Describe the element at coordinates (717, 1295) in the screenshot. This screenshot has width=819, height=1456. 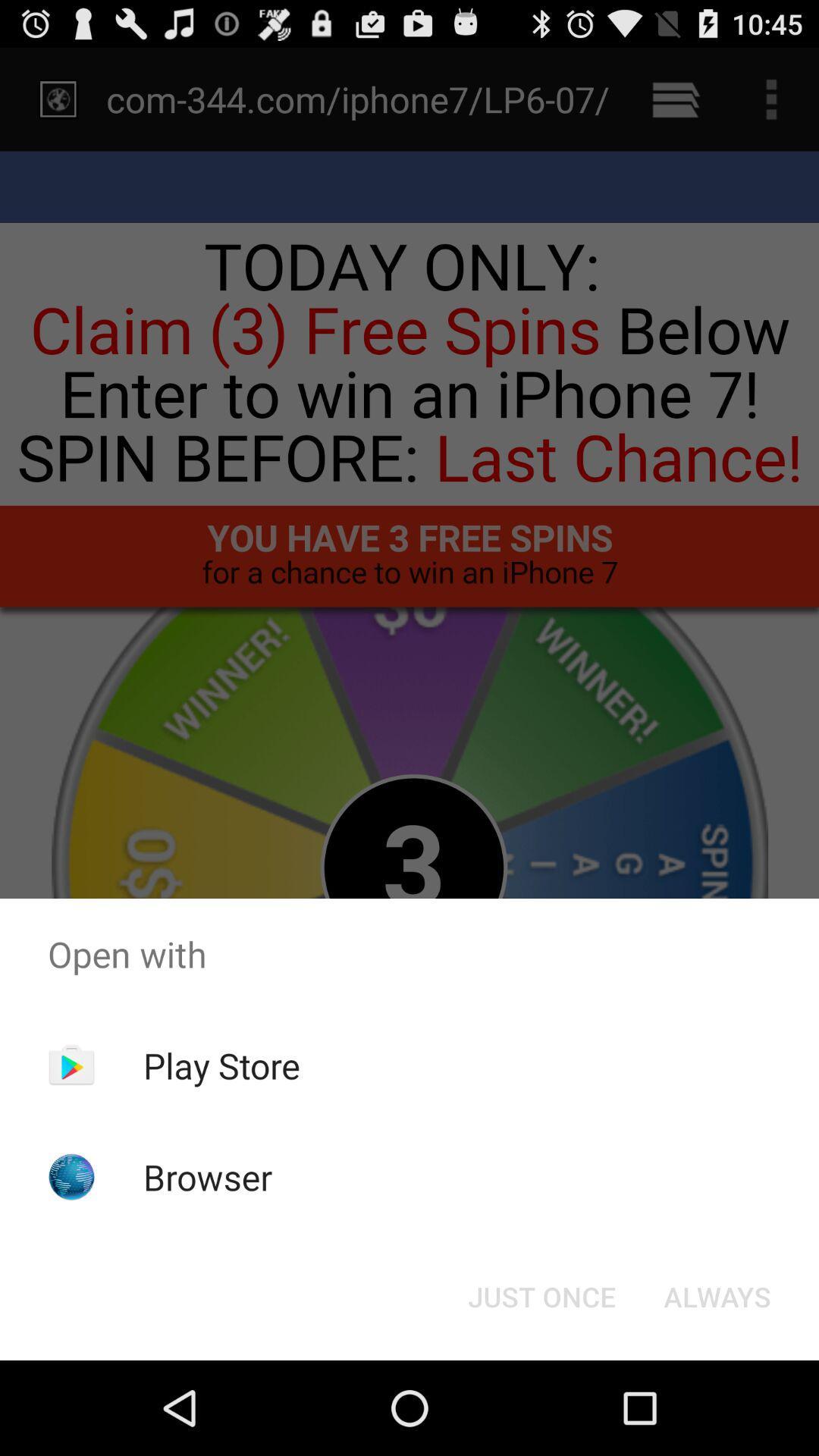
I see `button next to just once icon` at that location.